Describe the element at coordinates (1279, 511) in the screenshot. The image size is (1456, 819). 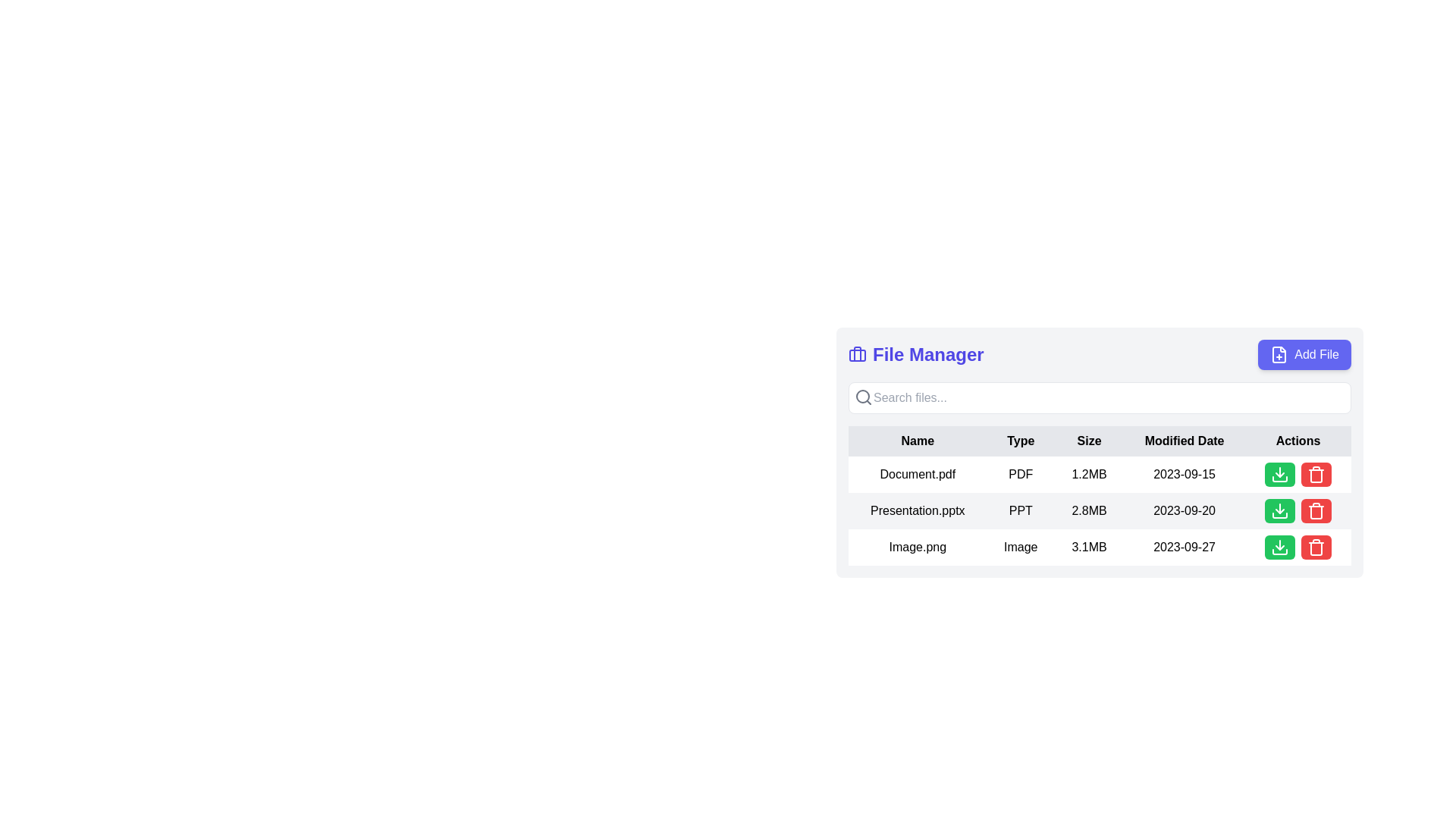
I see `the download button located in the second row of the table under the 'Actions' column, which initiates the download of the file 'Presentation.pptx'` at that location.